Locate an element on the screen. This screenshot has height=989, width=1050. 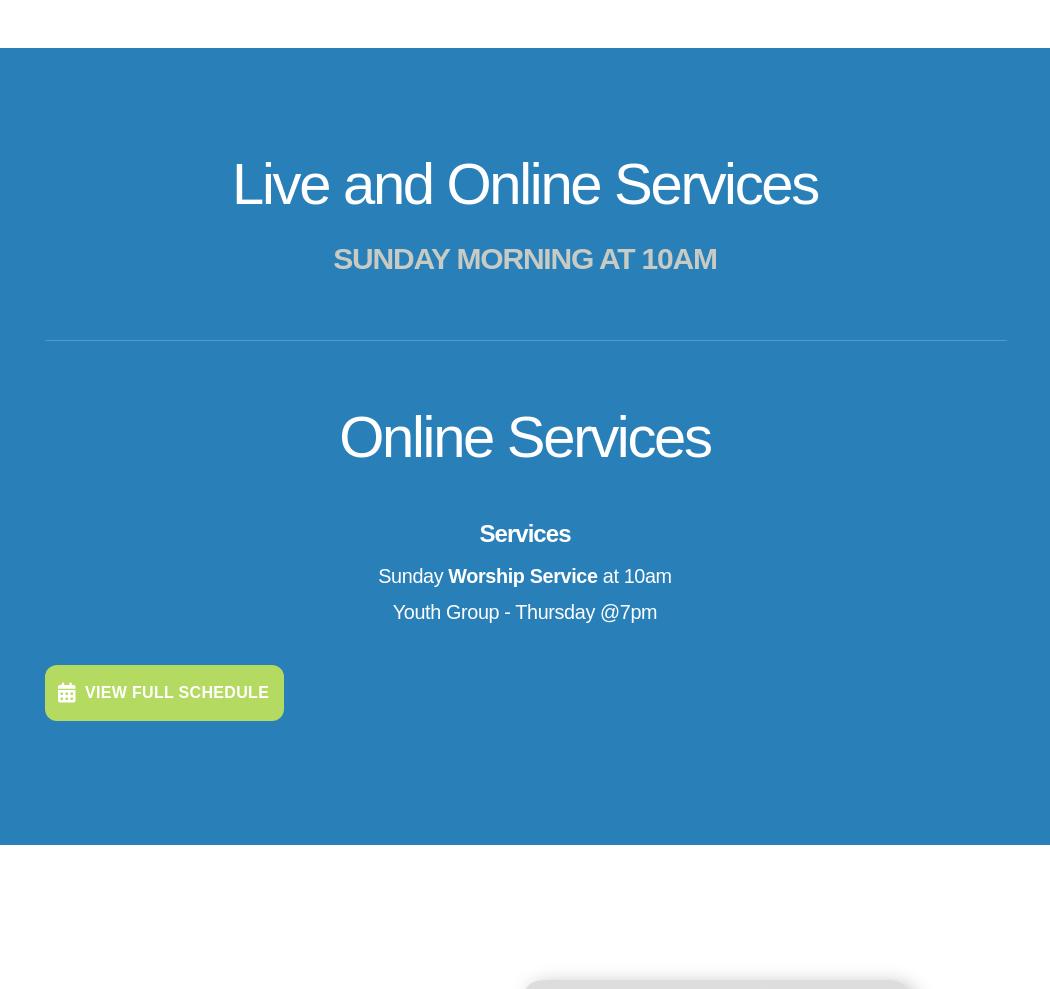
'10am' is located at coordinates (276, 901).